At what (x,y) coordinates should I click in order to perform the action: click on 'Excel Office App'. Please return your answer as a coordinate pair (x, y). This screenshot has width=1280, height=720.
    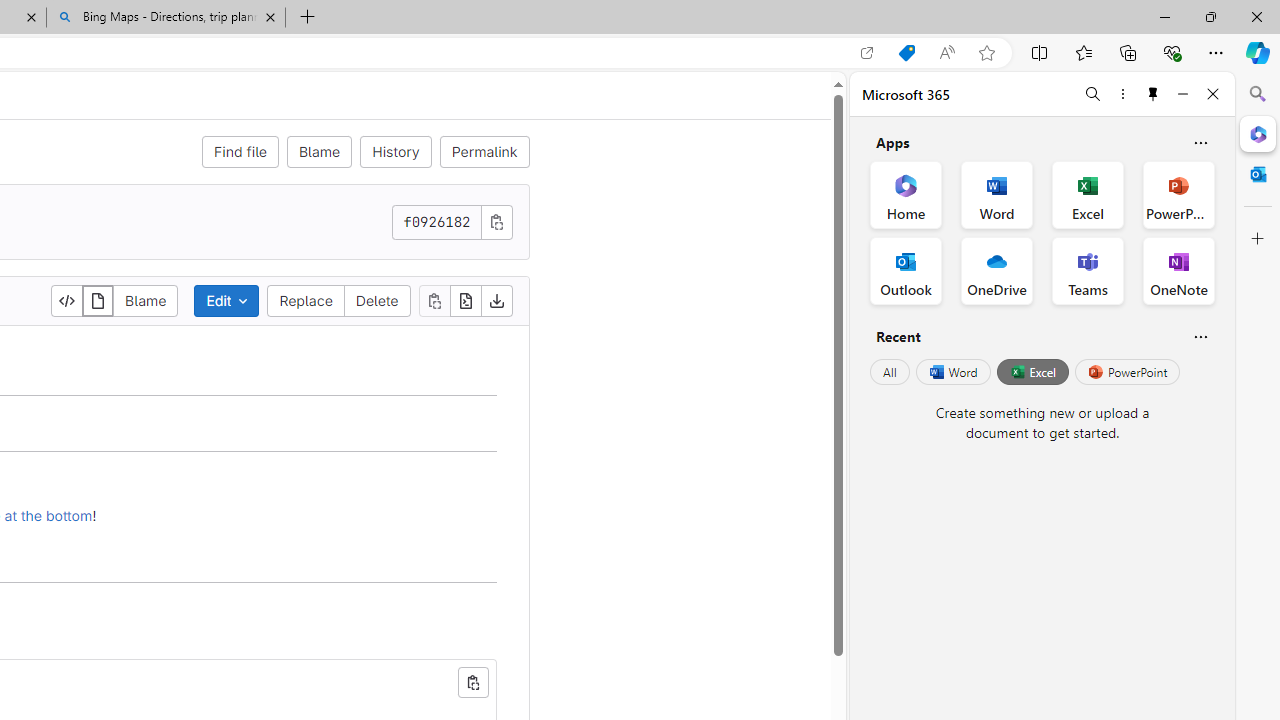
    Looking at the image, I should click on (1087, 195).